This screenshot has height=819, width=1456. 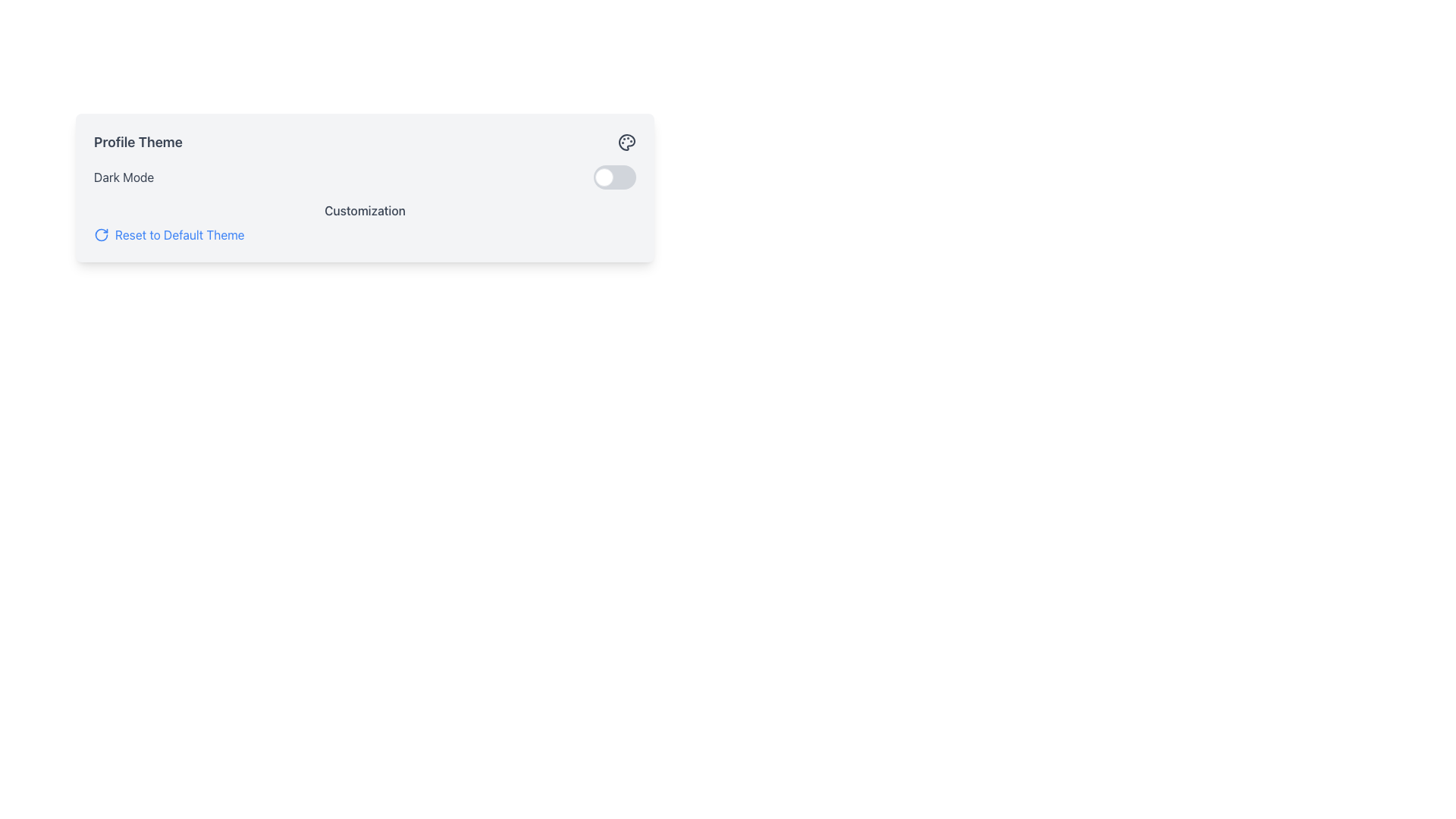 I want to click on the blue text link labeled 'Reset to Default Theme' located in the 'Profile Theme' section to reset the theme, so click(x=180, y=234).